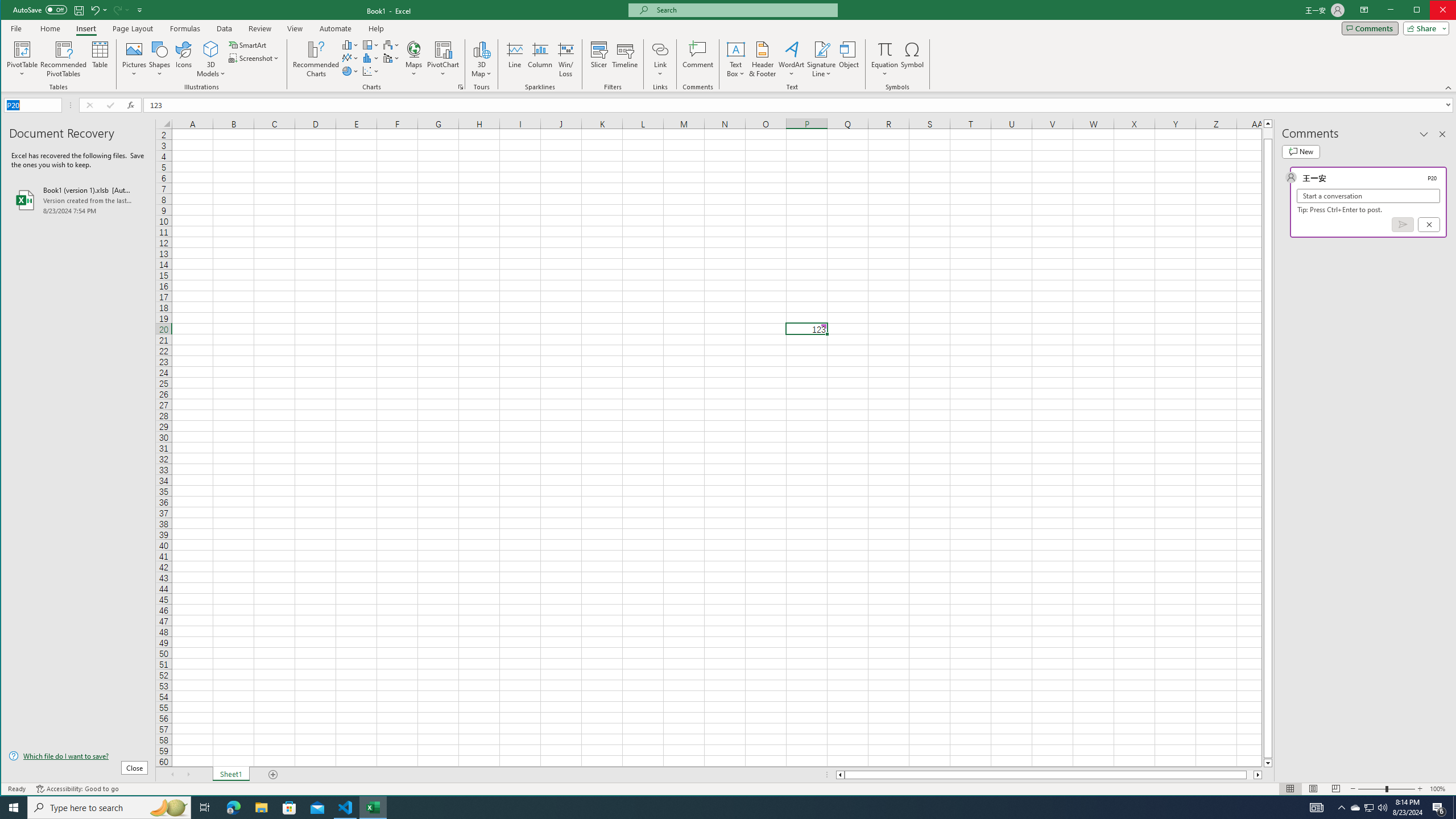 The width and height of the screenshot is (1456, 819). What do you see at coordinates (371, 58) in the screenshot?
I see `'Insert Statistic Chart'` at bounding box center [371, 58].